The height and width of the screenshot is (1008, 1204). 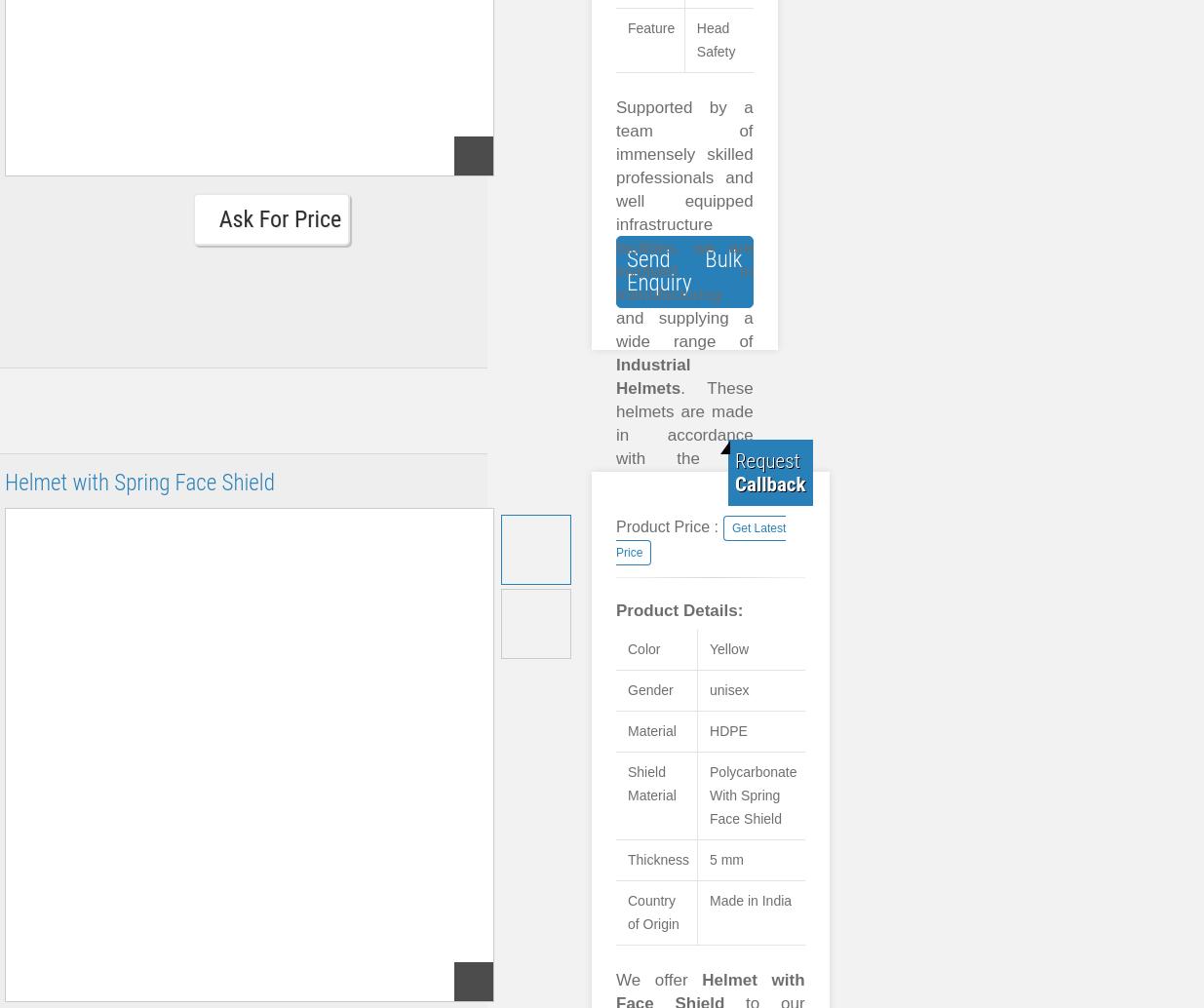 I want to click on 'Fine finish', so click(x=680, y=832).